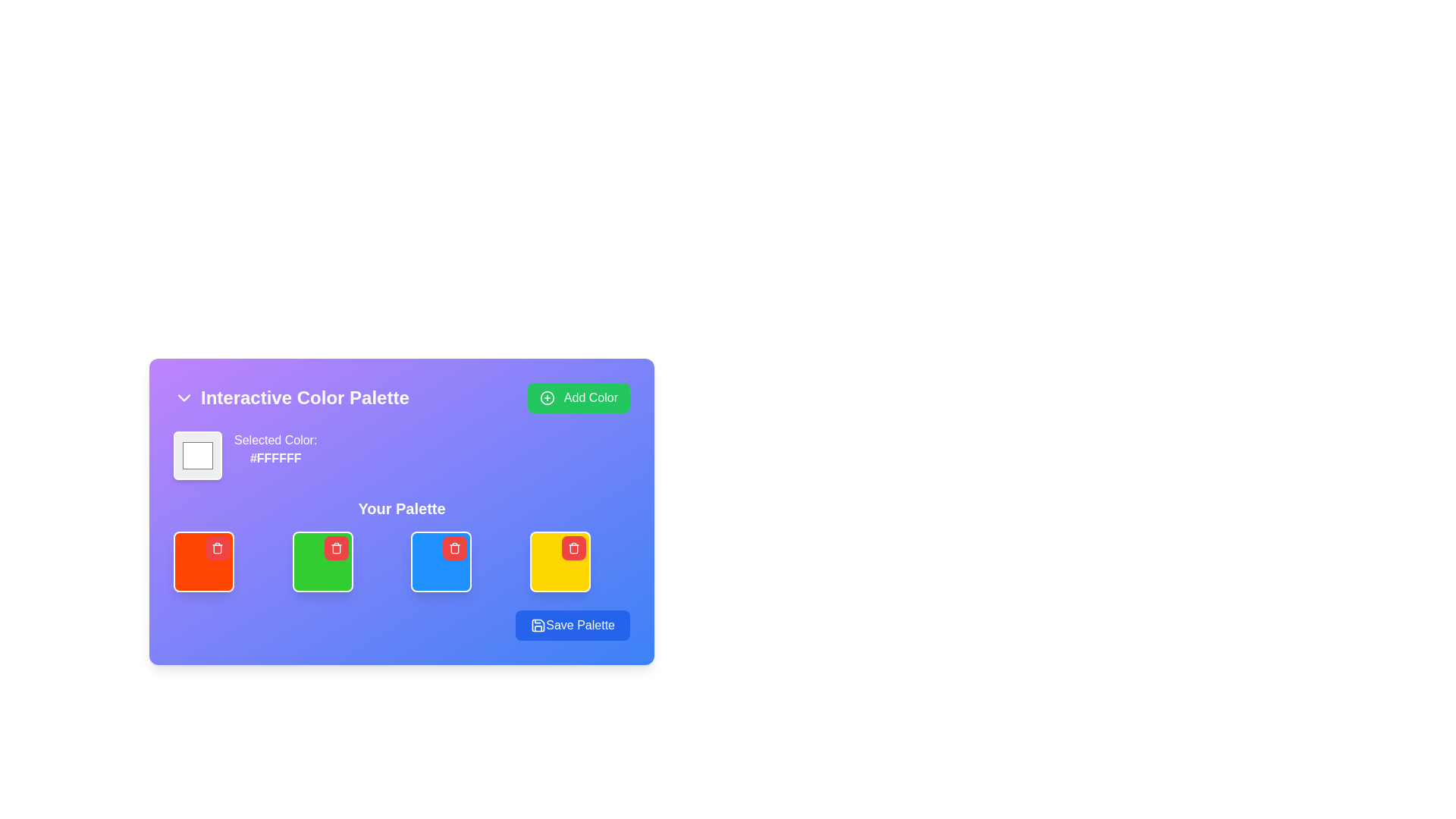  I want to click on the color square in the palette, which is the second square from the left under 'Your Palette', so click(322, 561).